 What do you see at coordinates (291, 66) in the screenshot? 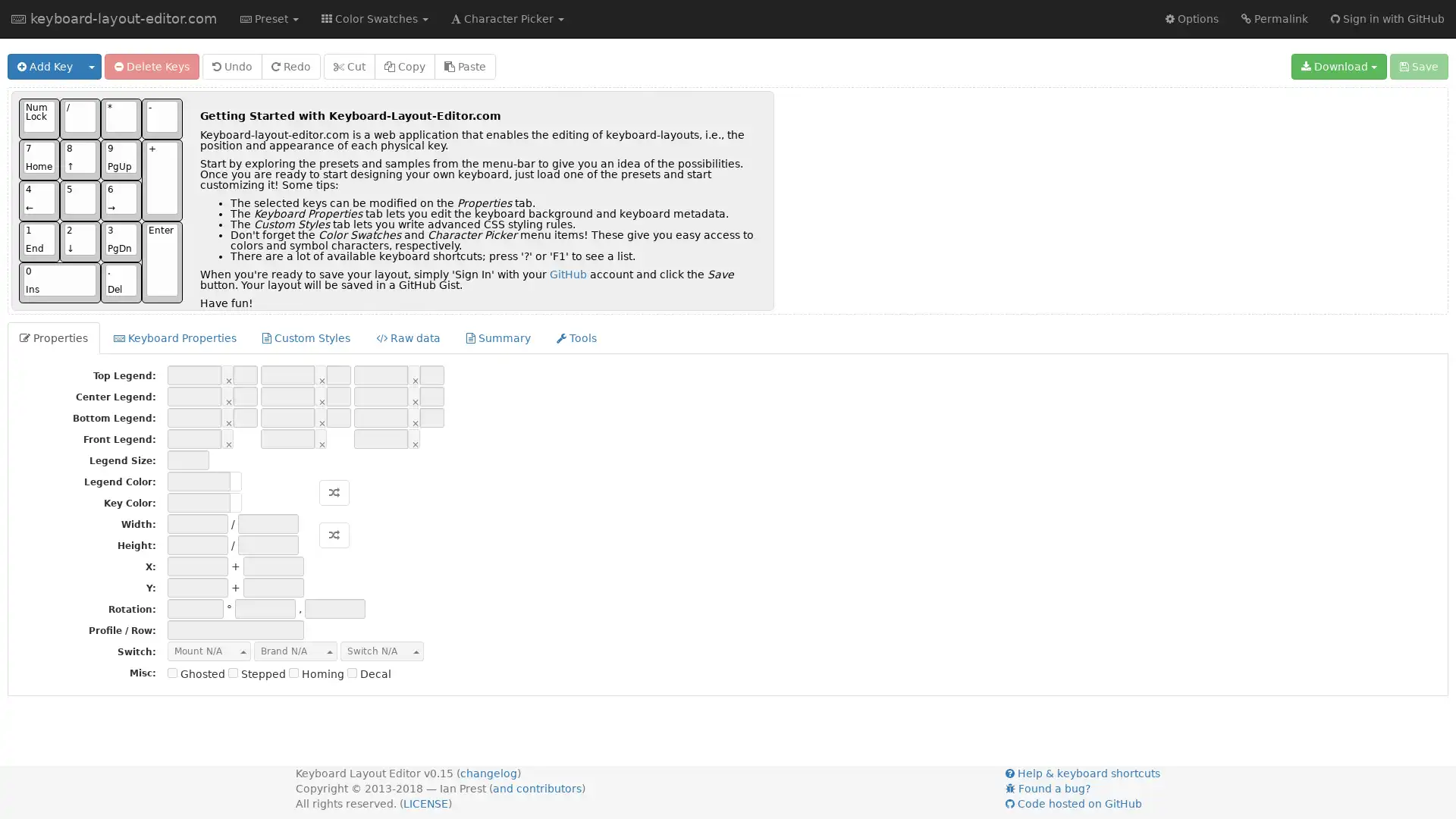
I see `Redo` at bounding box center [291, 66].